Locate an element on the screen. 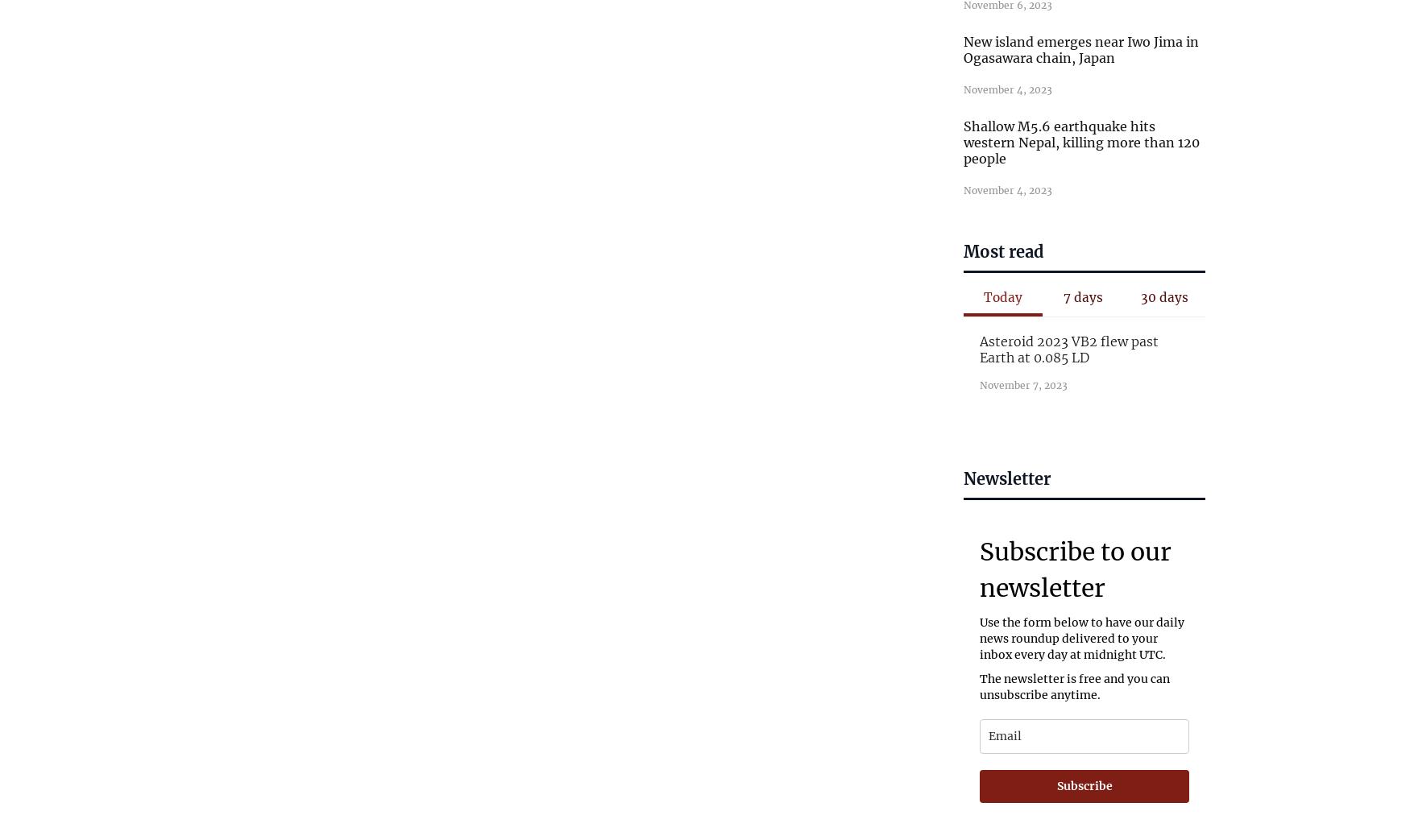 This screenshot has width=1410, height=840. 'Use the form below to have our daily news roundup delivered to your inbox every day at midnight UTC.' is located at coordinates (1081, 637).